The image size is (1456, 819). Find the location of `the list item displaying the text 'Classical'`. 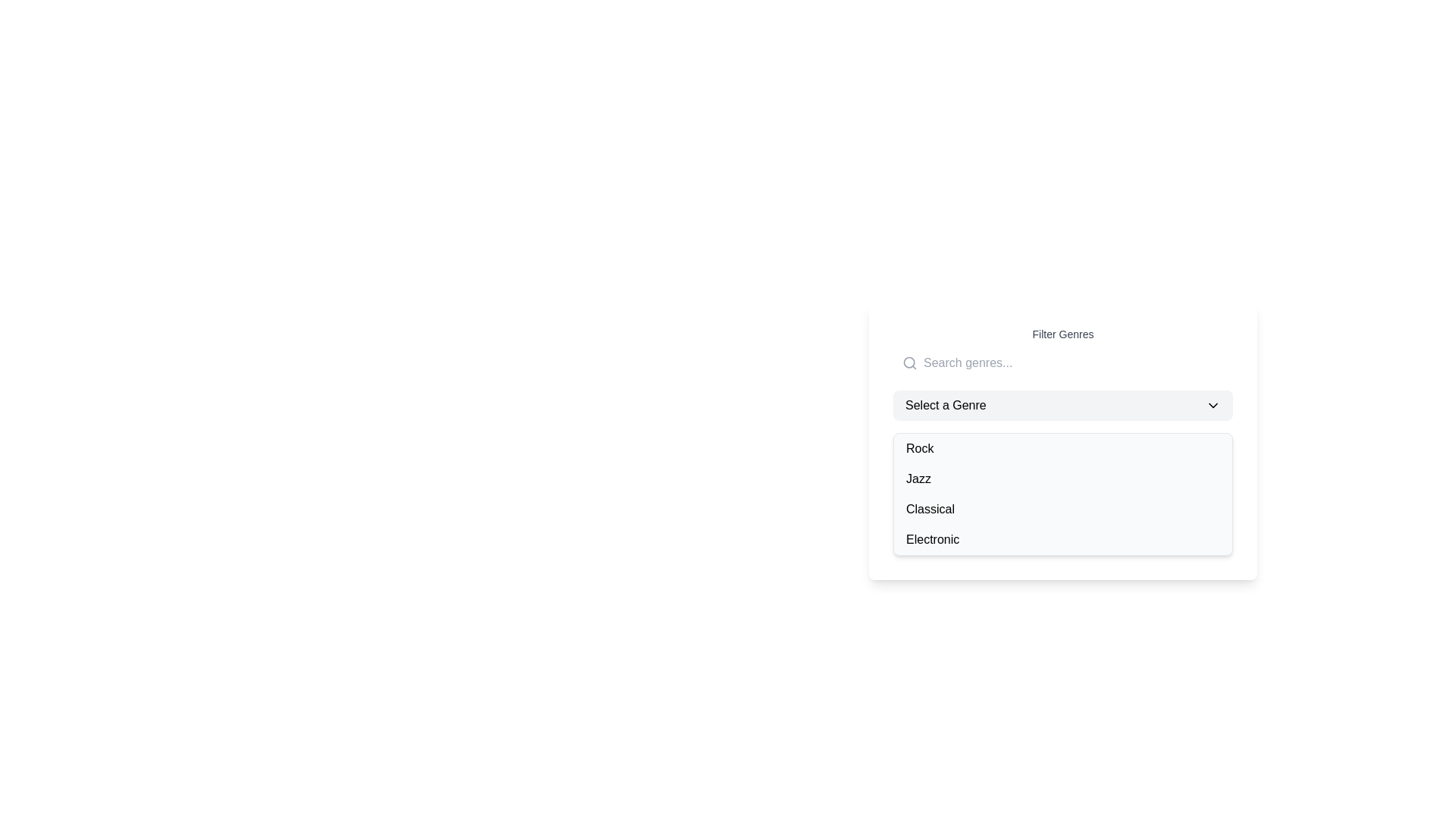

the list item displaying the text 'Classical' is located at coordinates (930, 509).